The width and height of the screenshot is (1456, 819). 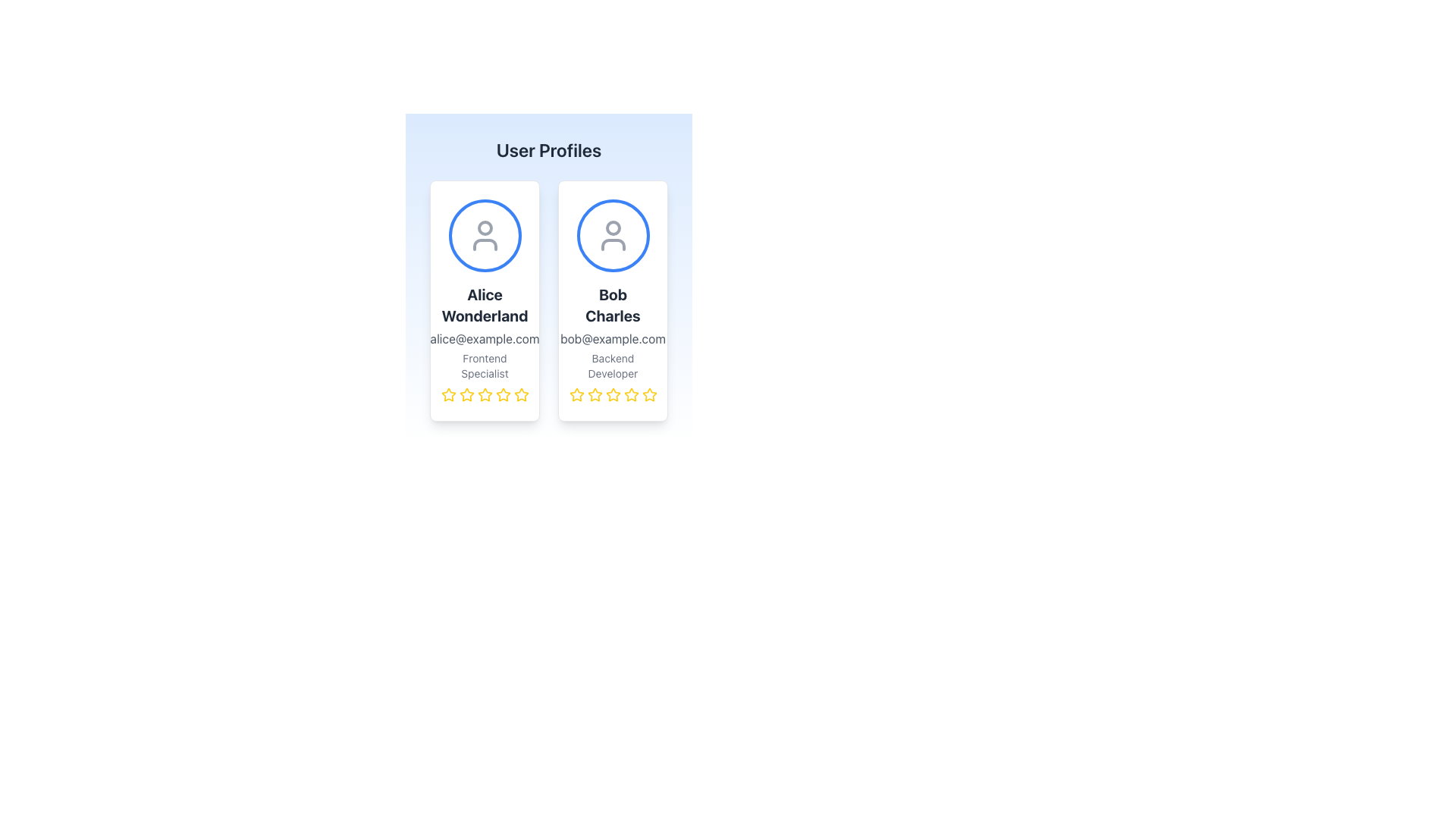 I want to click on the user profile icon located at the top center of the profile card, which visually represents the user, so click(x=613, y=236).